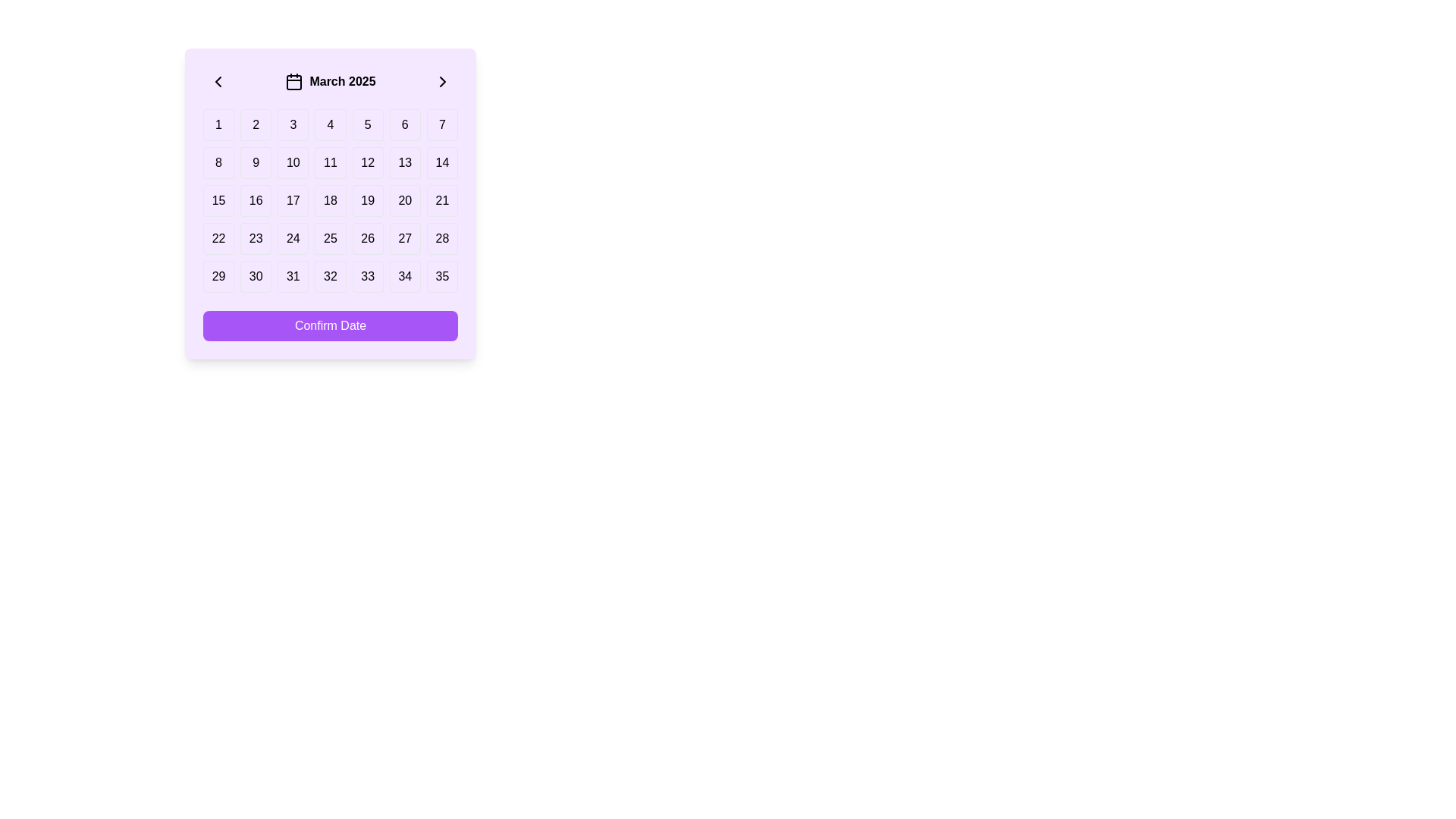 Image resolution: width=1456 pixels, height=819 pixels. What do you see at coordinates (330, 277) in the screenshot?
I see `the Text Display Box representing the day '32' in the calendar interface, located in the fifth row and fourth column of a 7-column grid` at bounding box center [330, 277].